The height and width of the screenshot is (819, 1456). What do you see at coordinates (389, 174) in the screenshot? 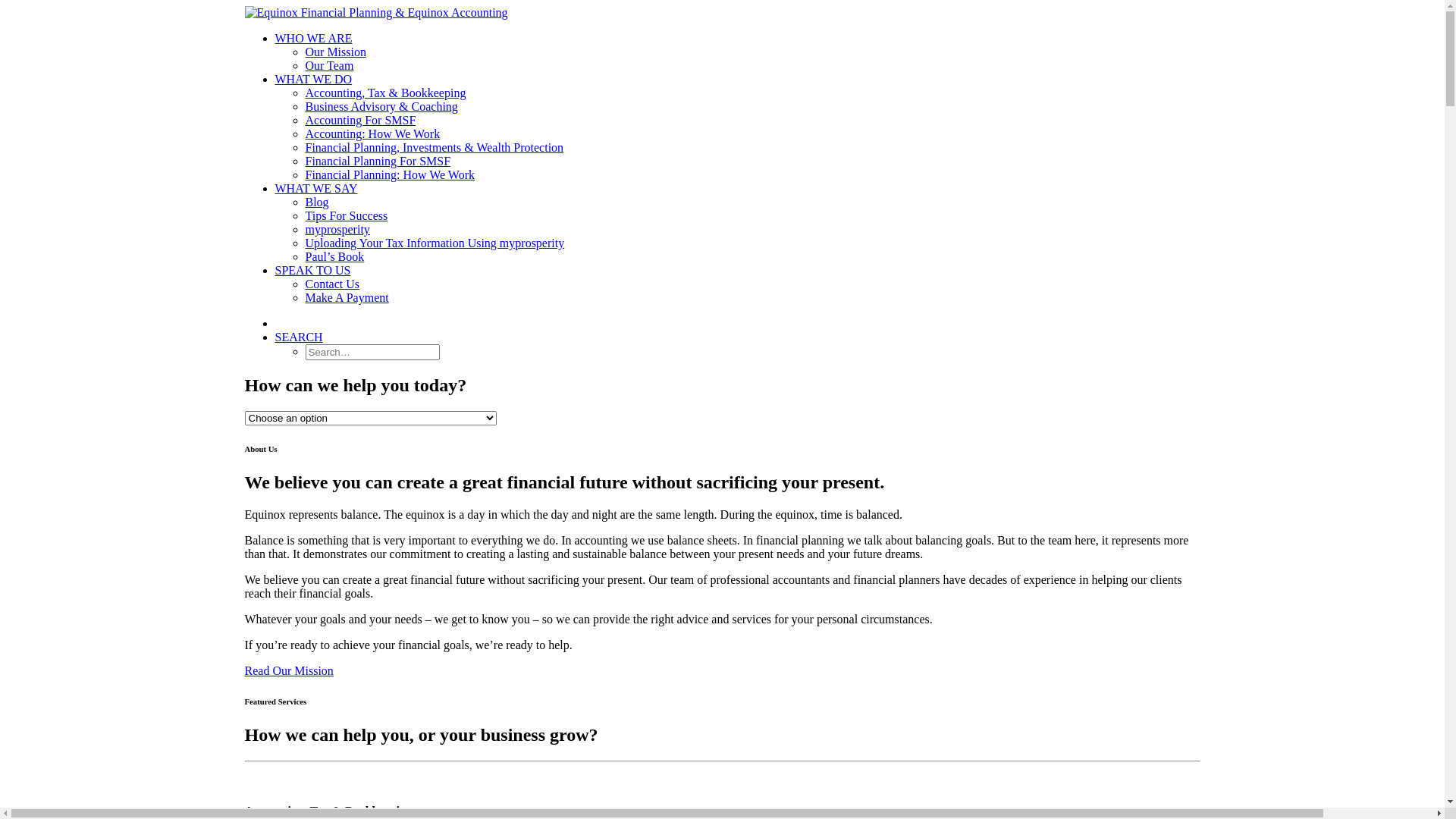
I see `'Financial Planning: How We Work'` at bounding box center [389, 174].